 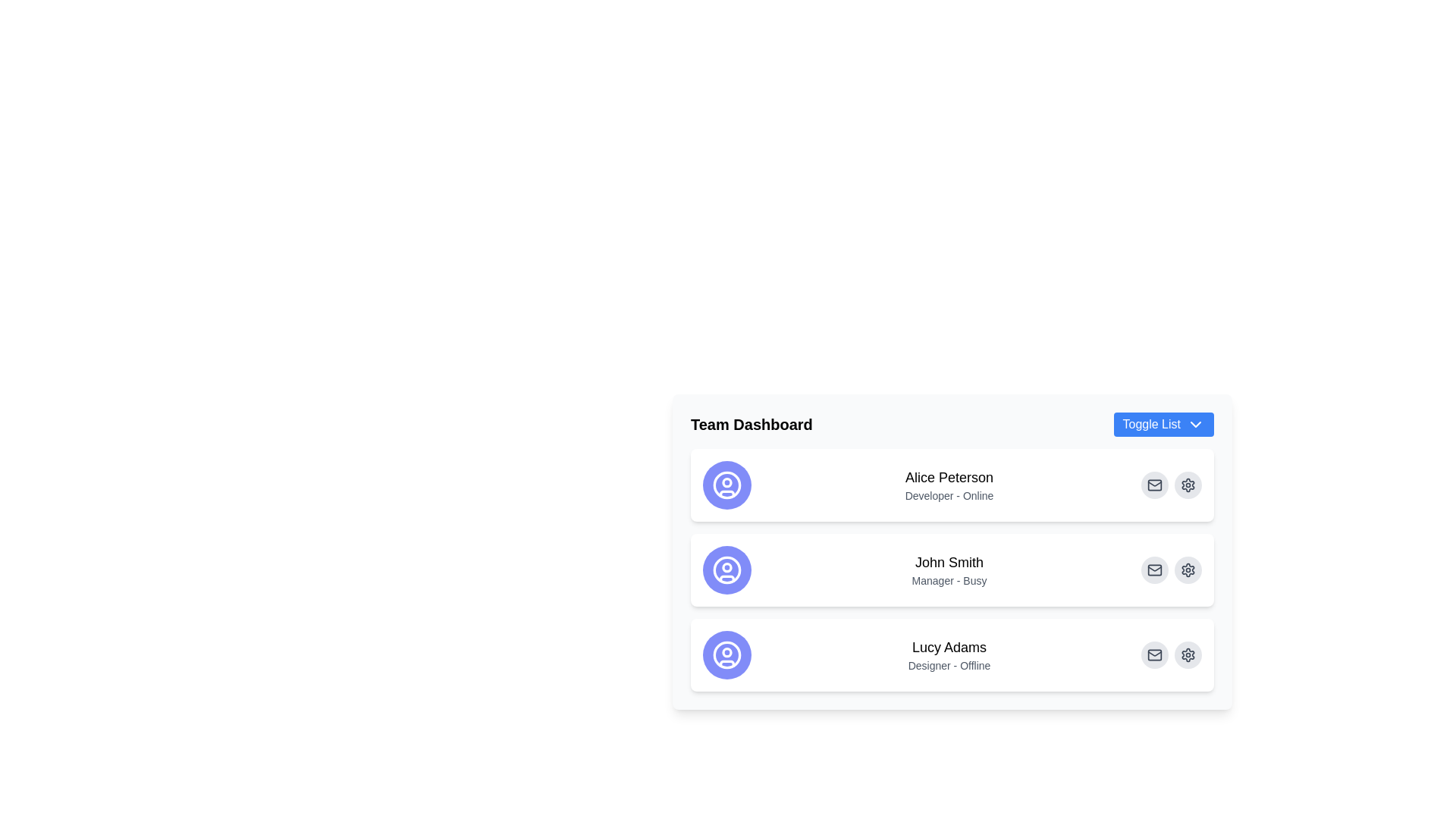 I want to click on the second circular user icon in the team dashboard, which represents 'John Smith', so click(x=726, y=570).